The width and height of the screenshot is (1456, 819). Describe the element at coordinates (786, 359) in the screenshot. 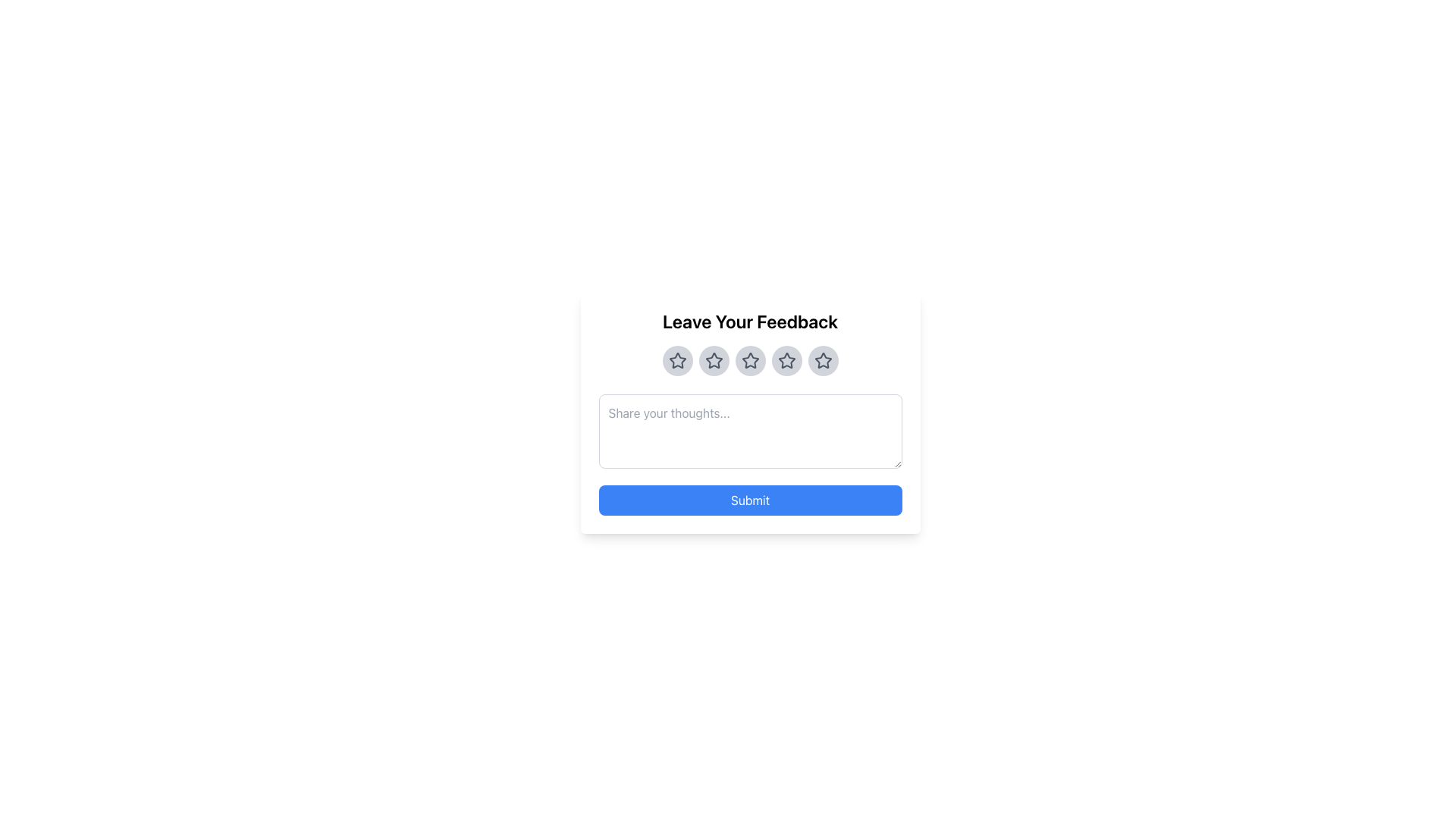

I see `the fourth star in the rating system` at that location.